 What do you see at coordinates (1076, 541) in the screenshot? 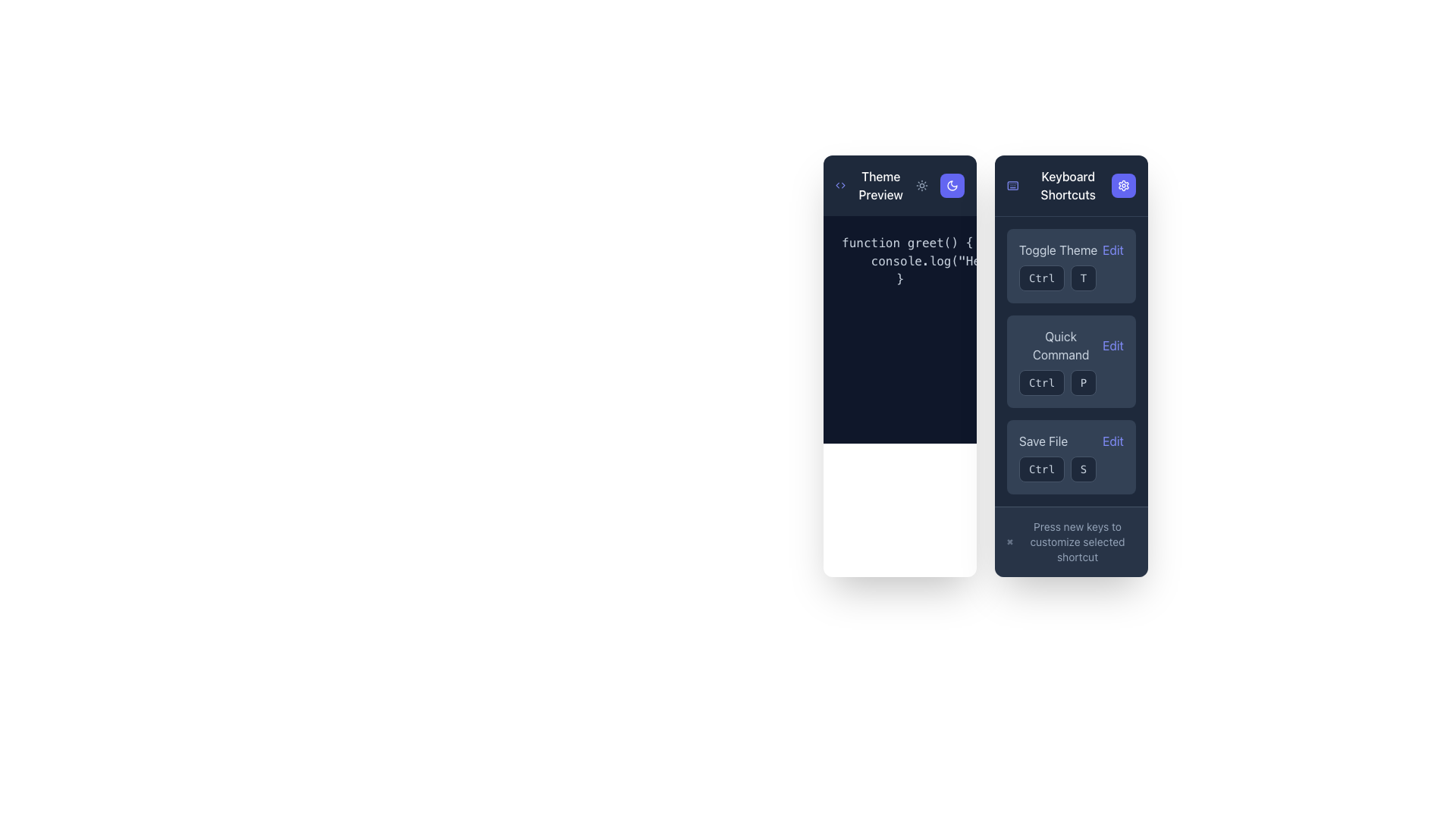
I see `the text label that says 'Press new keys to customize selected shortcut', which is located at the bottom of the 'Keyboard Shortcuts' interface panel` at bounding box center [1076, 541].